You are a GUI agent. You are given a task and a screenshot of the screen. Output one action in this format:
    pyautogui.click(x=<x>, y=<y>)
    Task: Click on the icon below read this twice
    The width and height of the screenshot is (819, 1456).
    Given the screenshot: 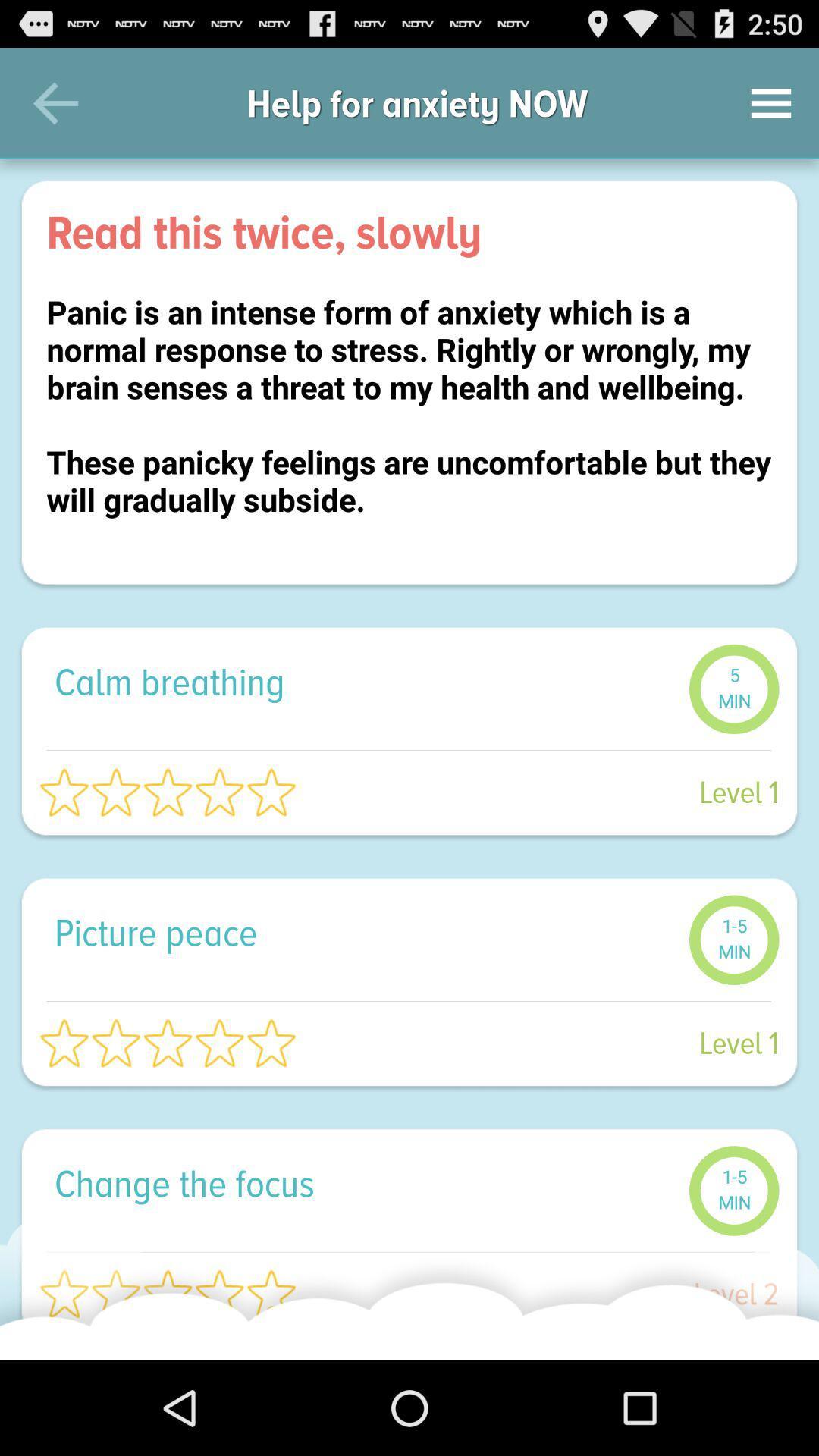 What is the action you would take?
    pyautogui.click(x=409, y=425)
    